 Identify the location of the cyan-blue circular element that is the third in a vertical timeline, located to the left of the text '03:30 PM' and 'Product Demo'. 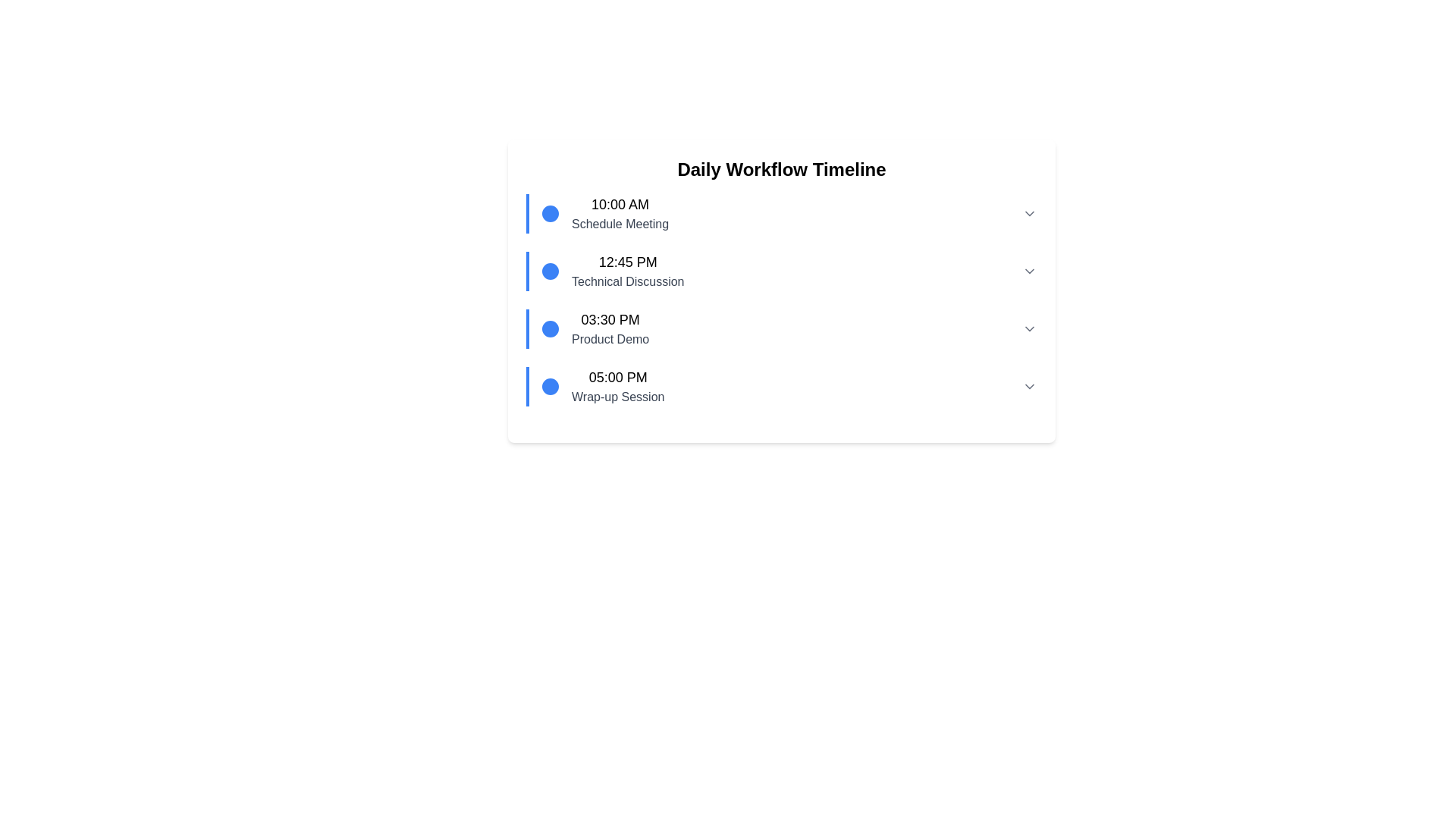
(549, 328).